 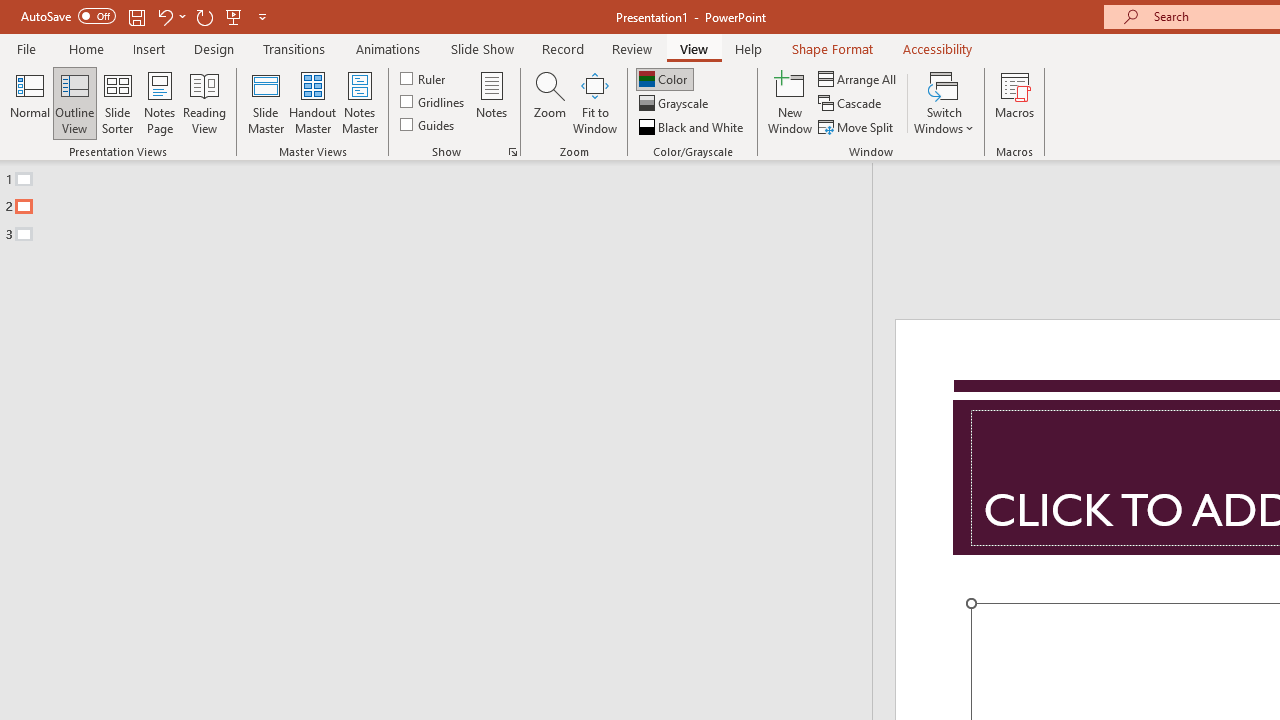 What do you see at coordinates (74, 103) in the screenshot?
I see `'Outline View'` at bounding box center [74, 103].